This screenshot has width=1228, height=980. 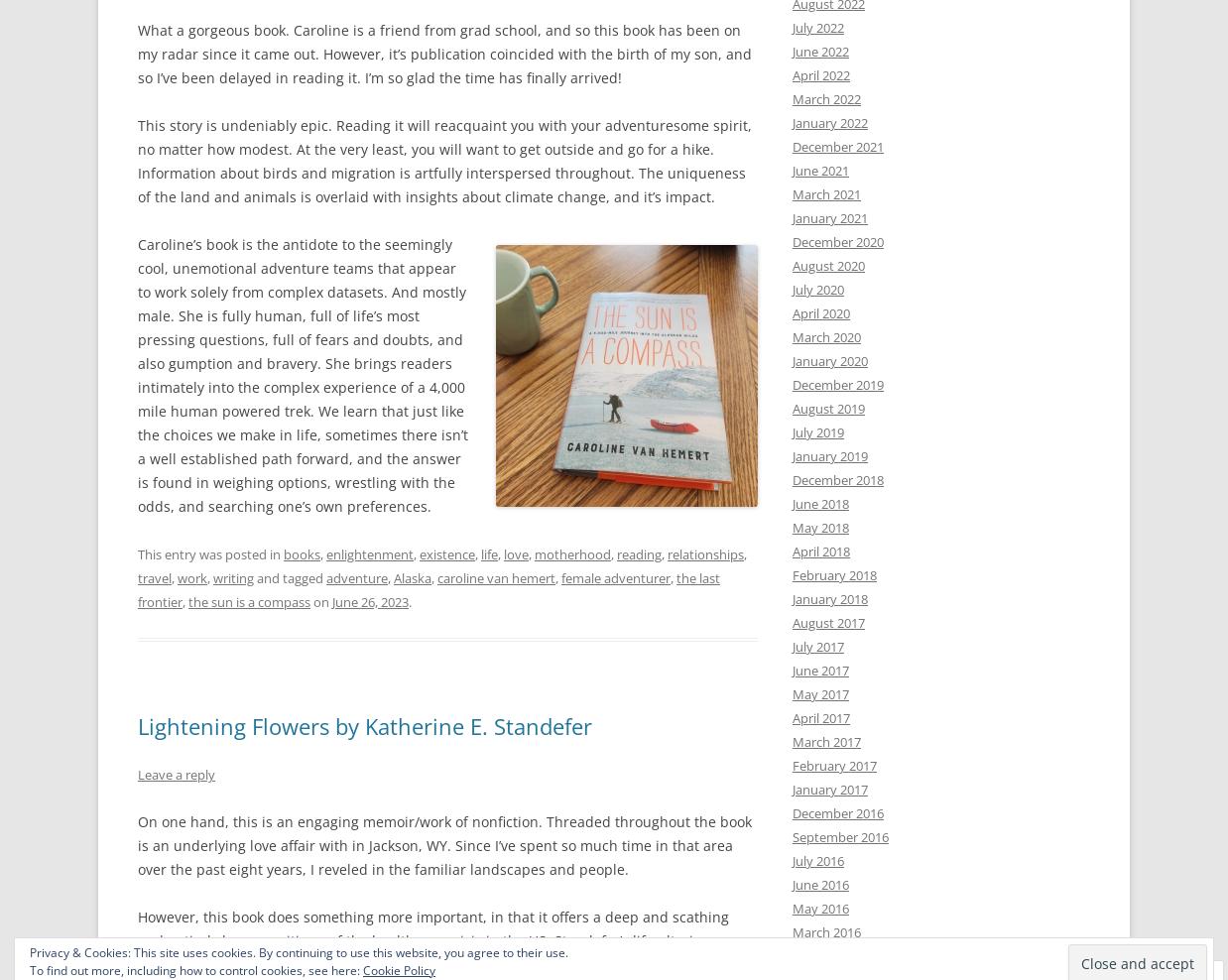 I want to click on 'January 2021', so click(x=829, y=218).